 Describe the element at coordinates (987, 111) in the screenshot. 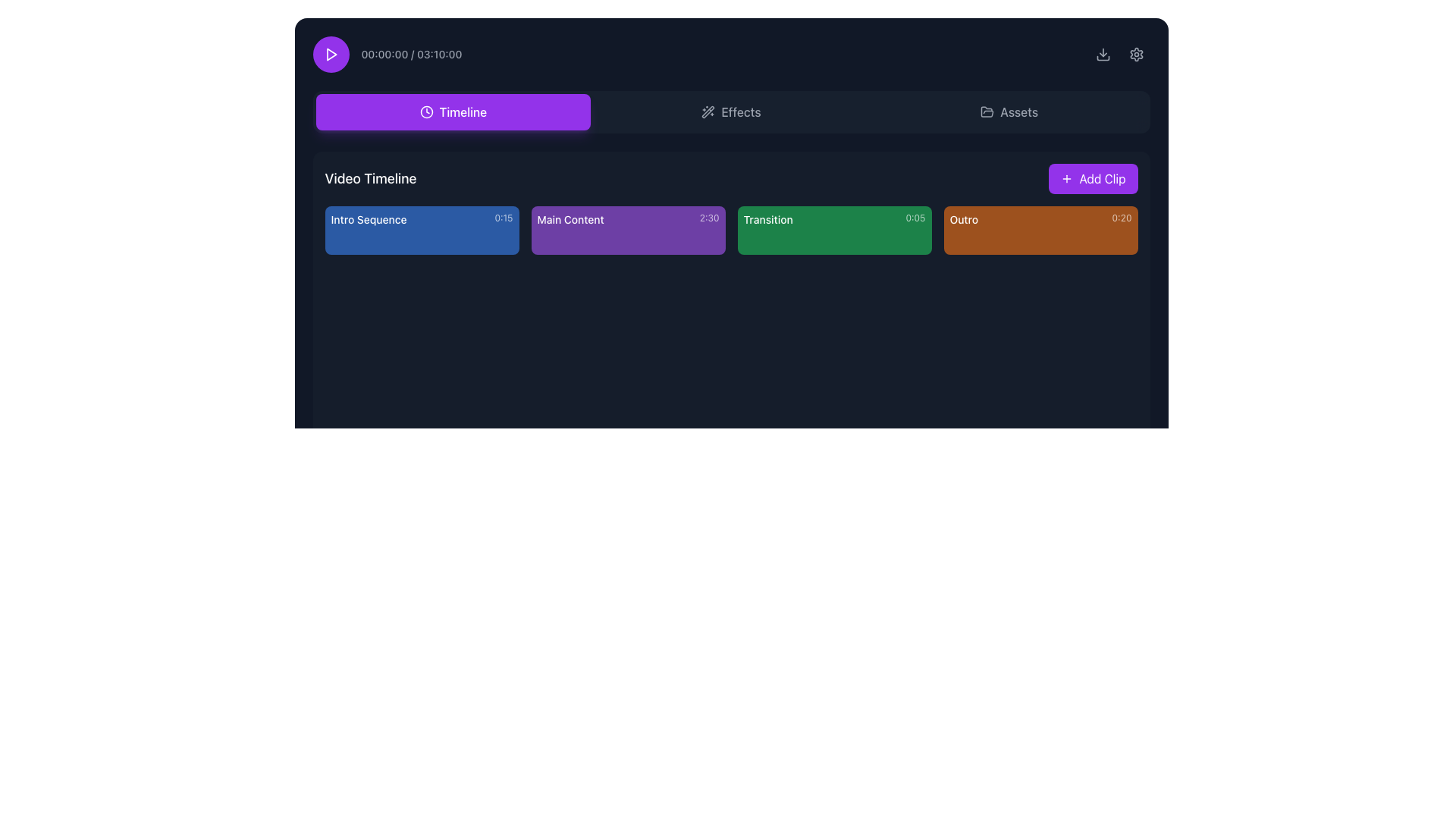

I see `the open folder icon located near the top-right corner of the interface` at that location.